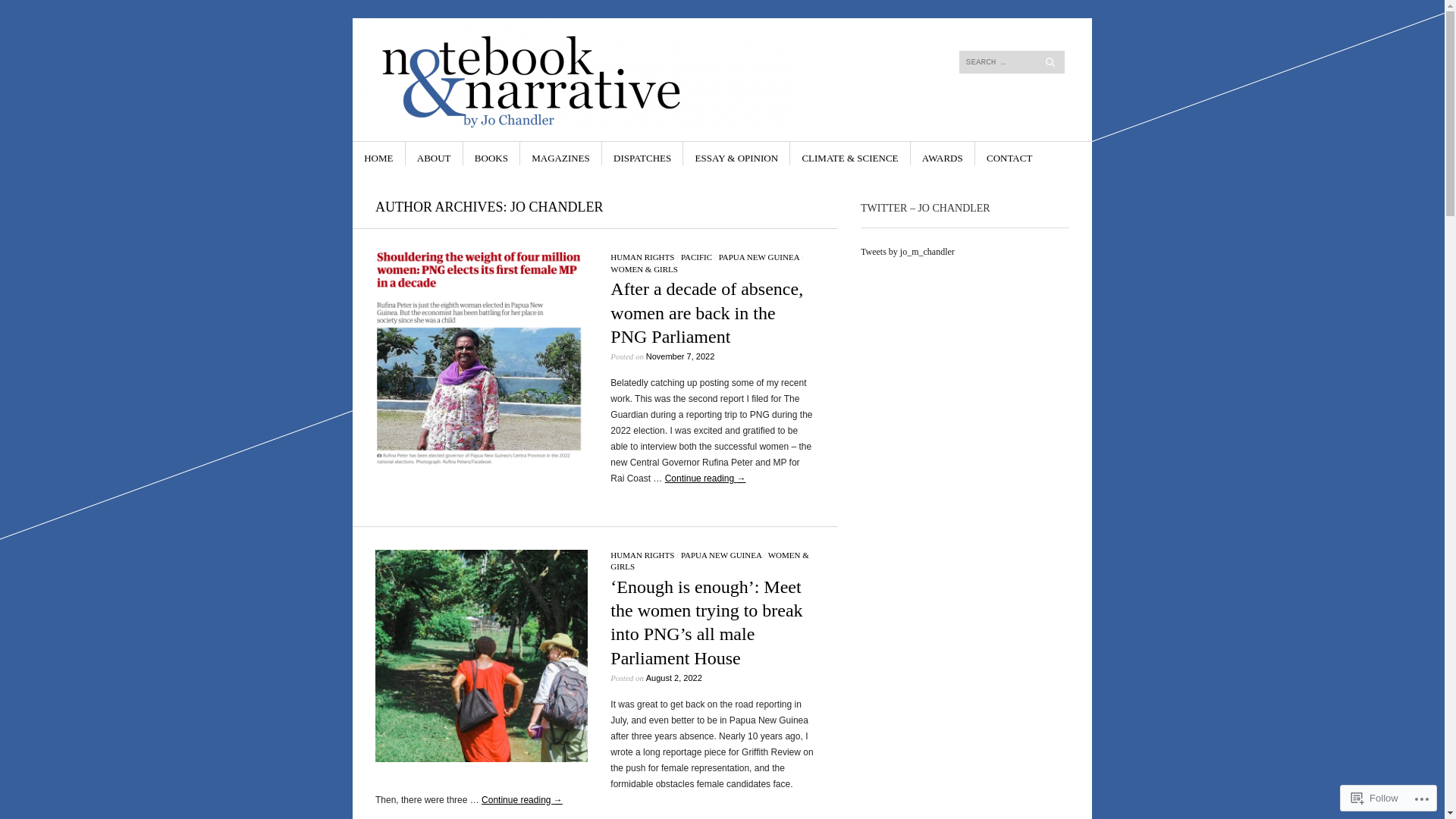  Describe the element at coordinates (736, 153) in the screenshot. I see `'ESSAY & OPINION'` at that location.